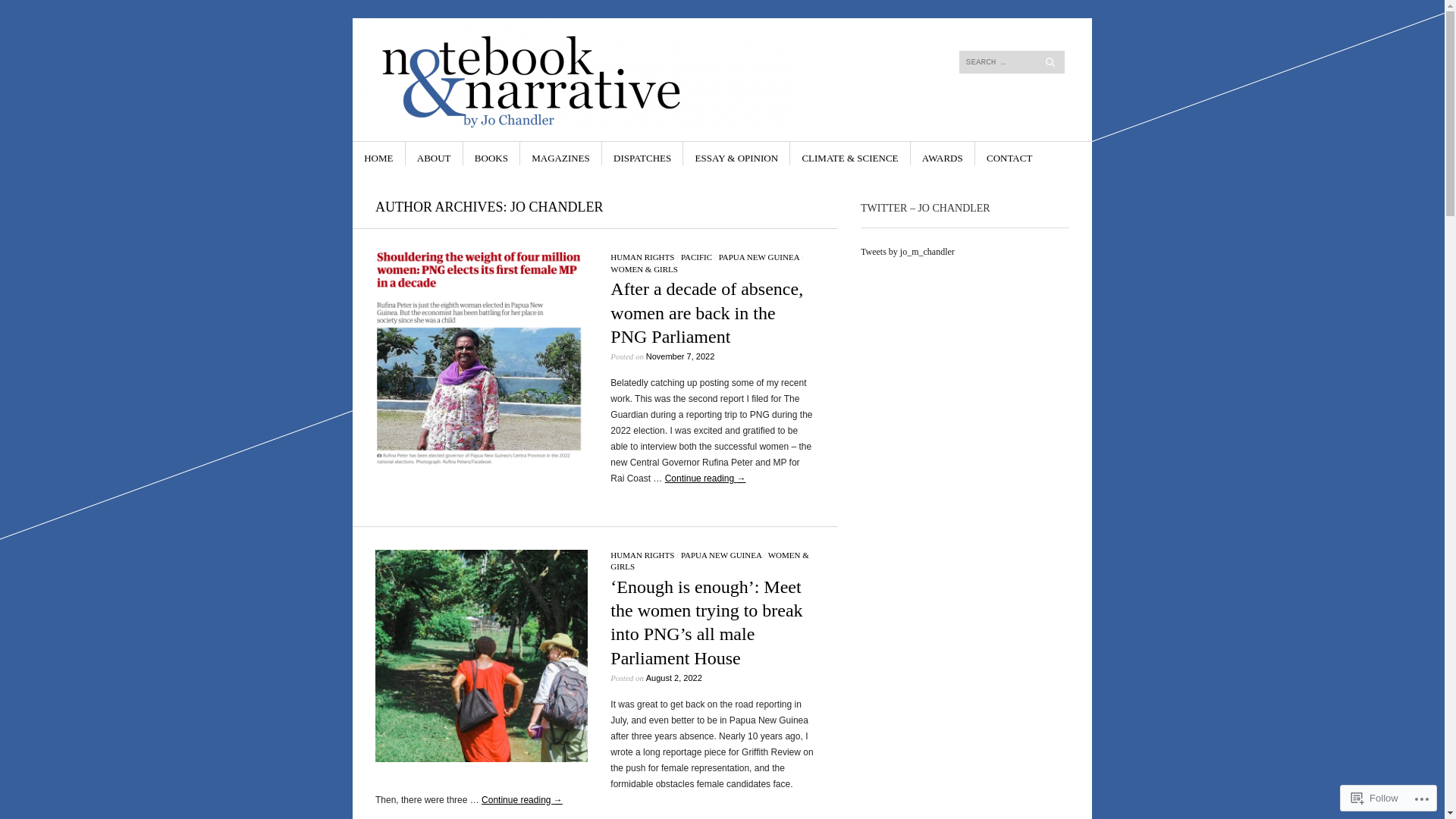  Describe the element at coordinates (736, 153) in the screenshot. I see `'ESSAY & OPINION'` at that location.